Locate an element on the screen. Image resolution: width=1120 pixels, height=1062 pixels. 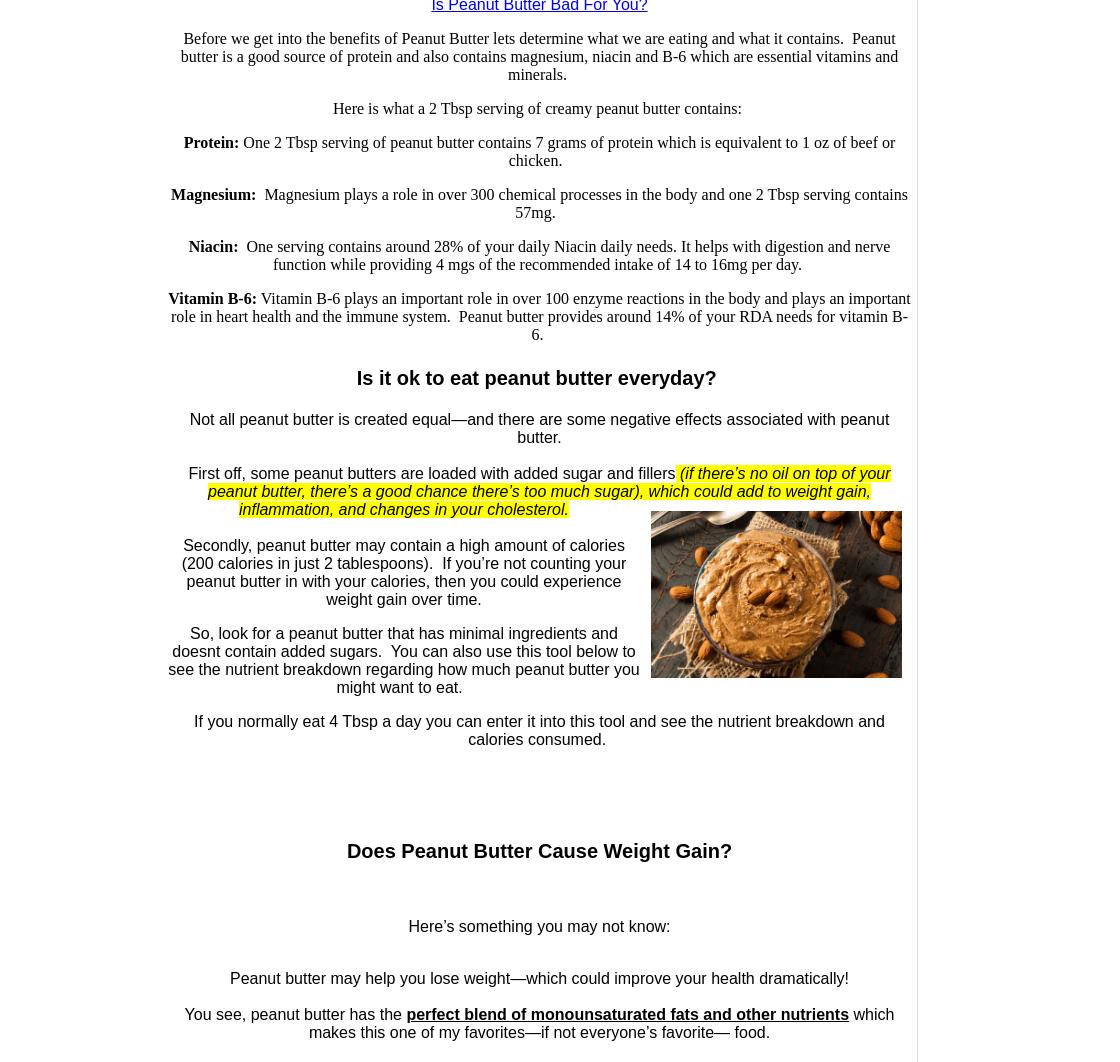
'Here is what a 2 Tbsp serving of creamy peanut butter contains:' is located at coordinates (538, 108).